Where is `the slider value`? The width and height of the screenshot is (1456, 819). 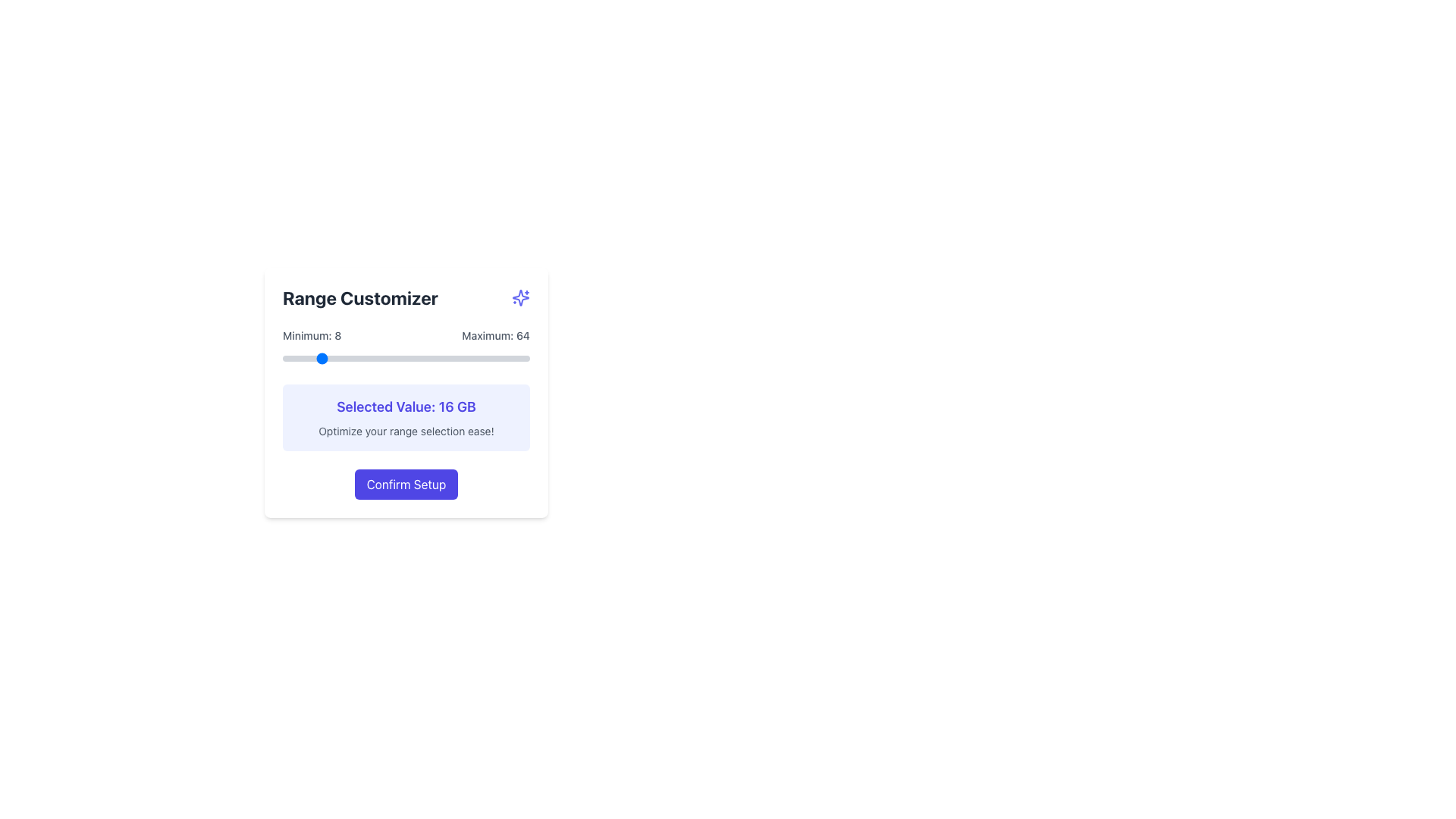
the slider value is located at coordinates (436, 359).